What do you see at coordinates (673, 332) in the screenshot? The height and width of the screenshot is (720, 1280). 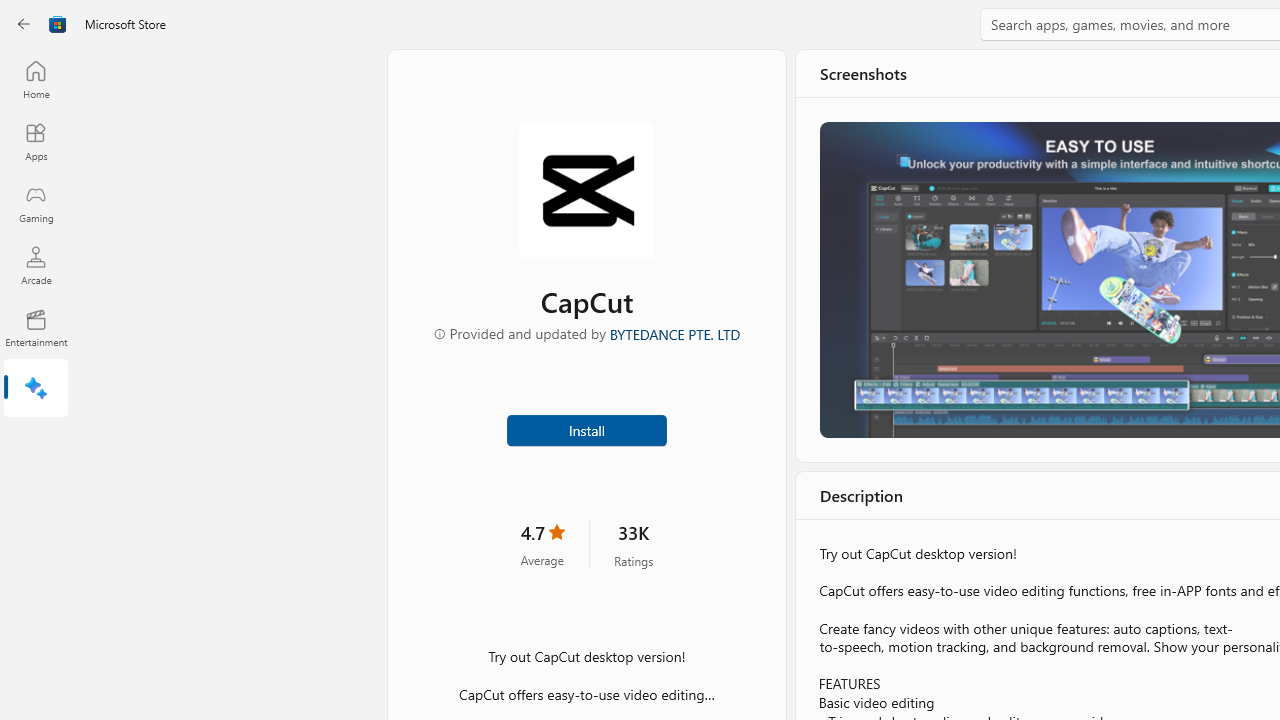 I see `'BYTEDANCE PTE. LTD'` at bounding box center [673, 332].